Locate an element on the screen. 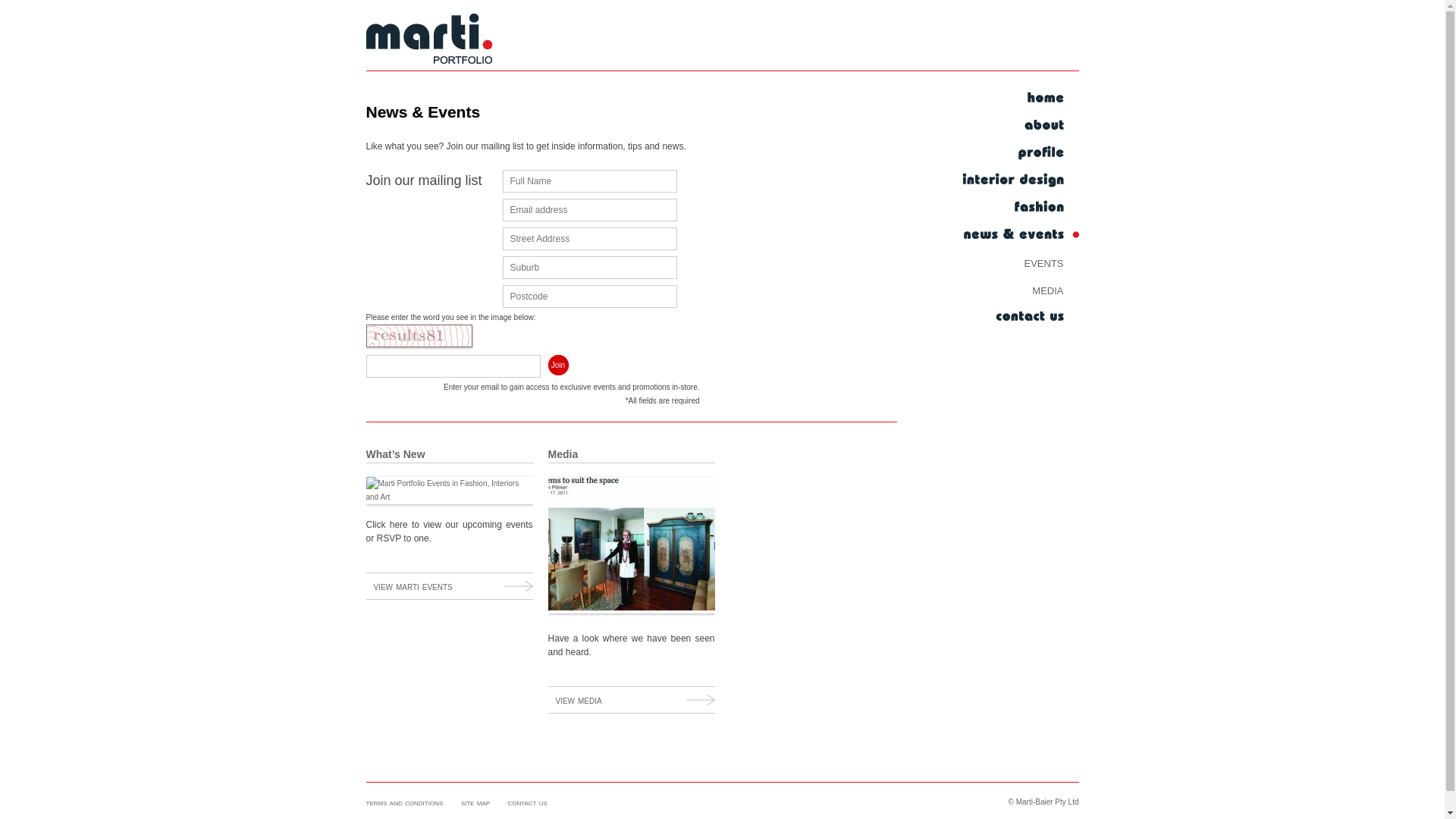 The image size is (1456, 819). ' ' is located at coordinates (1018, 99).